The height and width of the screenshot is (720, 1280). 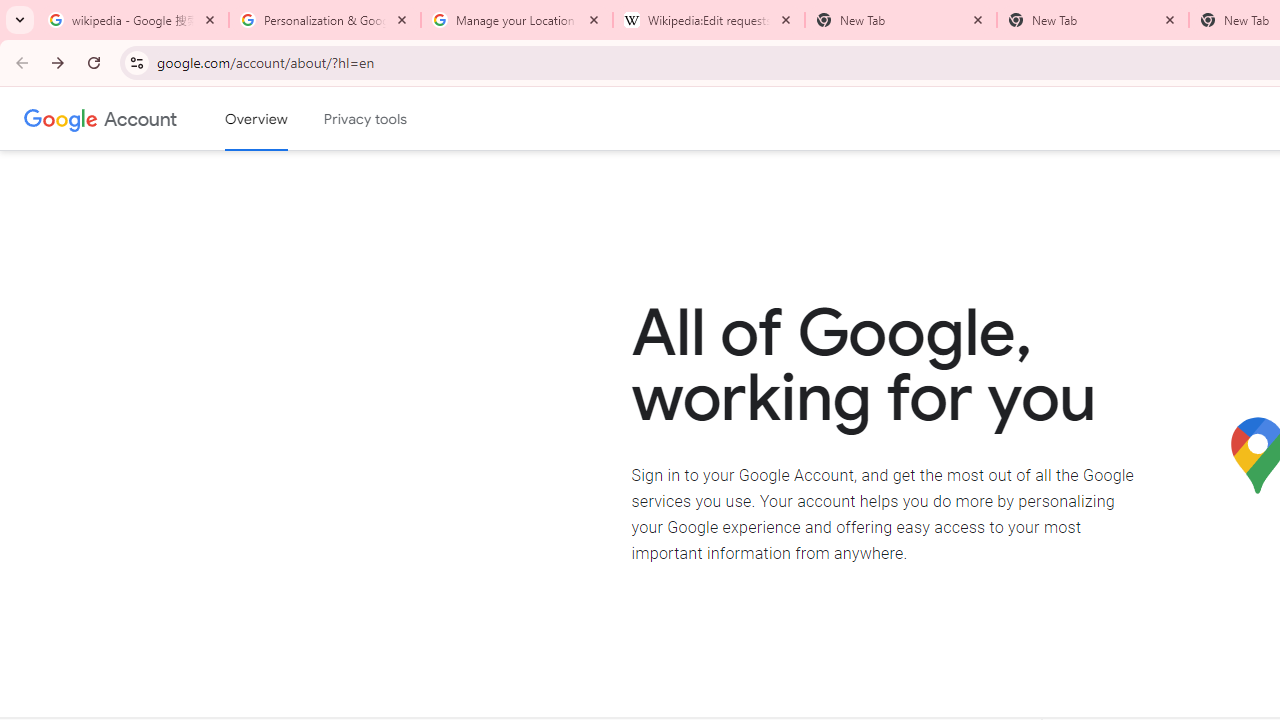 I want to click on 'Google Account', so click(x=139, y=118).